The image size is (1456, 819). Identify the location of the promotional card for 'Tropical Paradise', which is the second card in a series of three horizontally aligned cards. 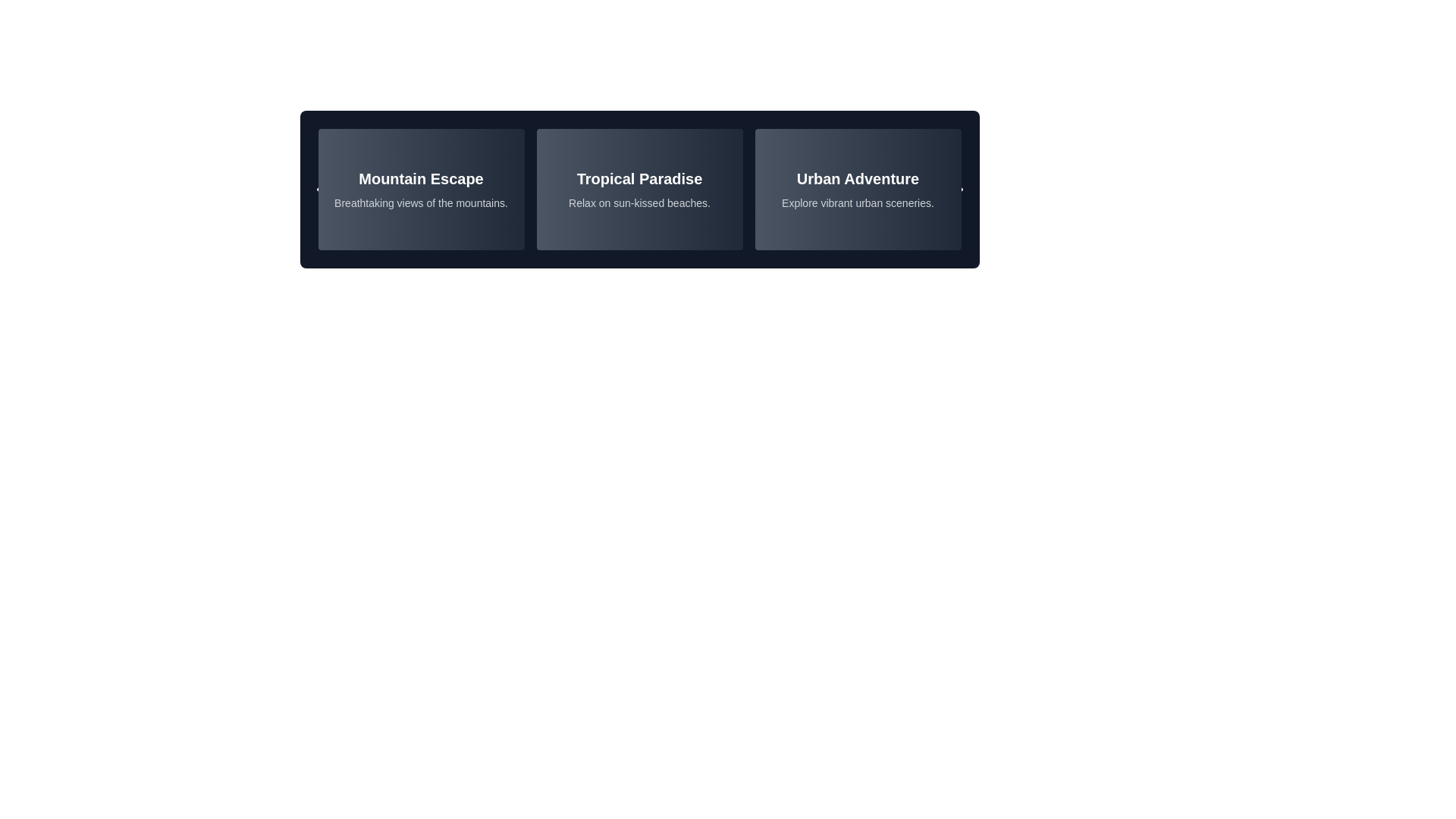
(639, 189).